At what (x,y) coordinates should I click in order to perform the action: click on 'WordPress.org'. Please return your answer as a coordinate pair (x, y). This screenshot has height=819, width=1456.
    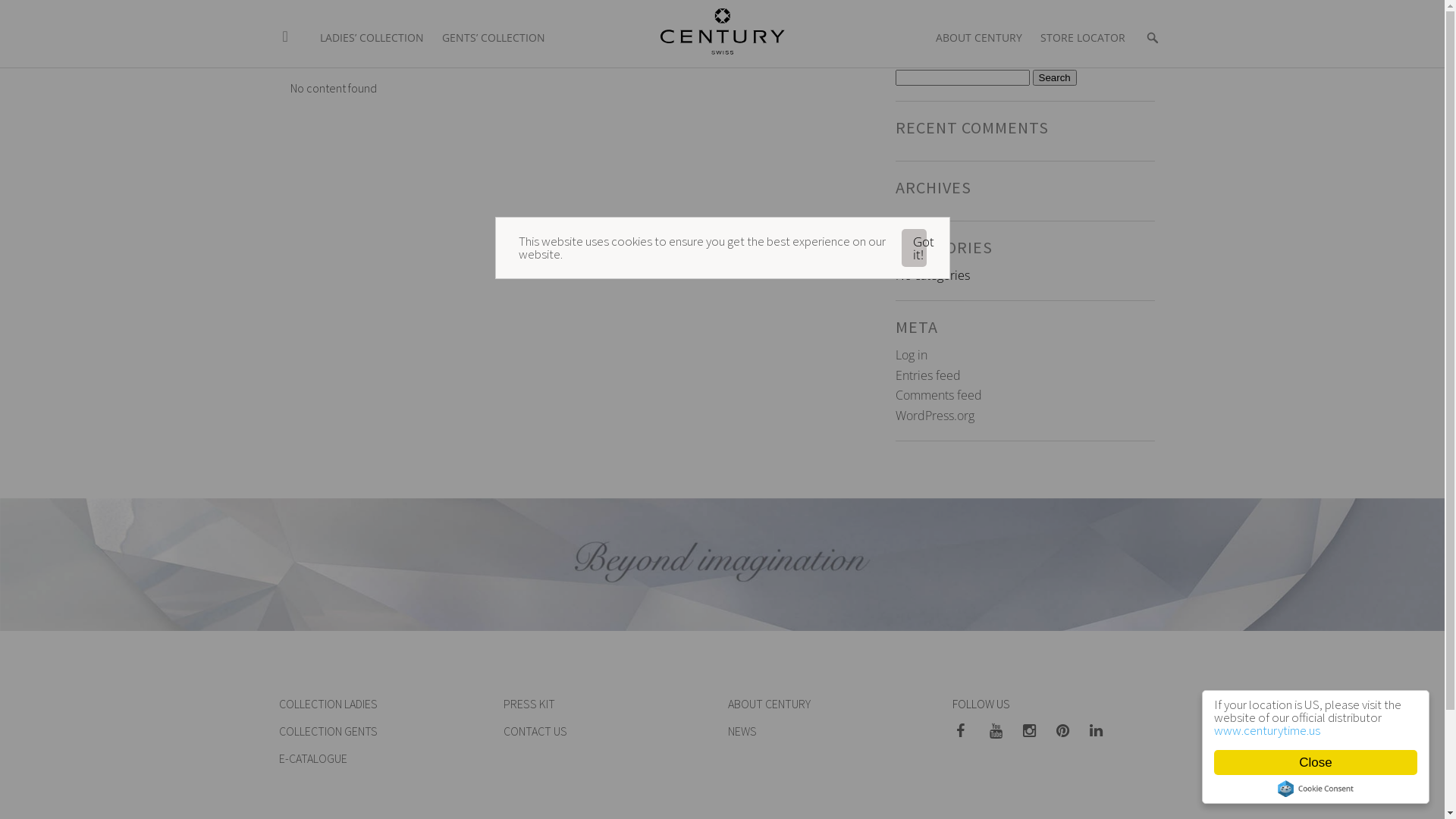
    Looking at the image, I should click on (934, 415).